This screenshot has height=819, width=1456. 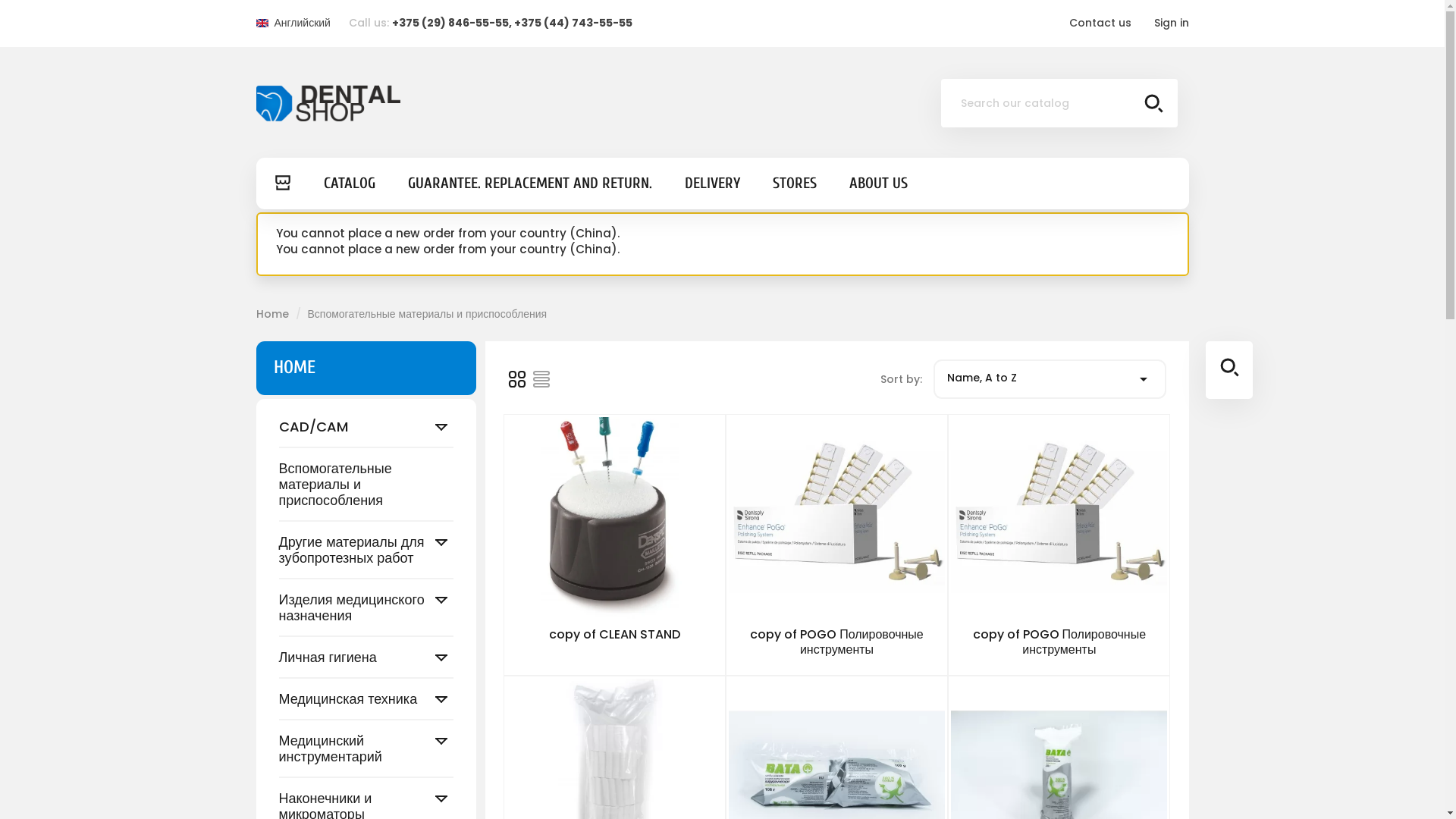 I want to click on 'HOME', so click(x=293, y=367).